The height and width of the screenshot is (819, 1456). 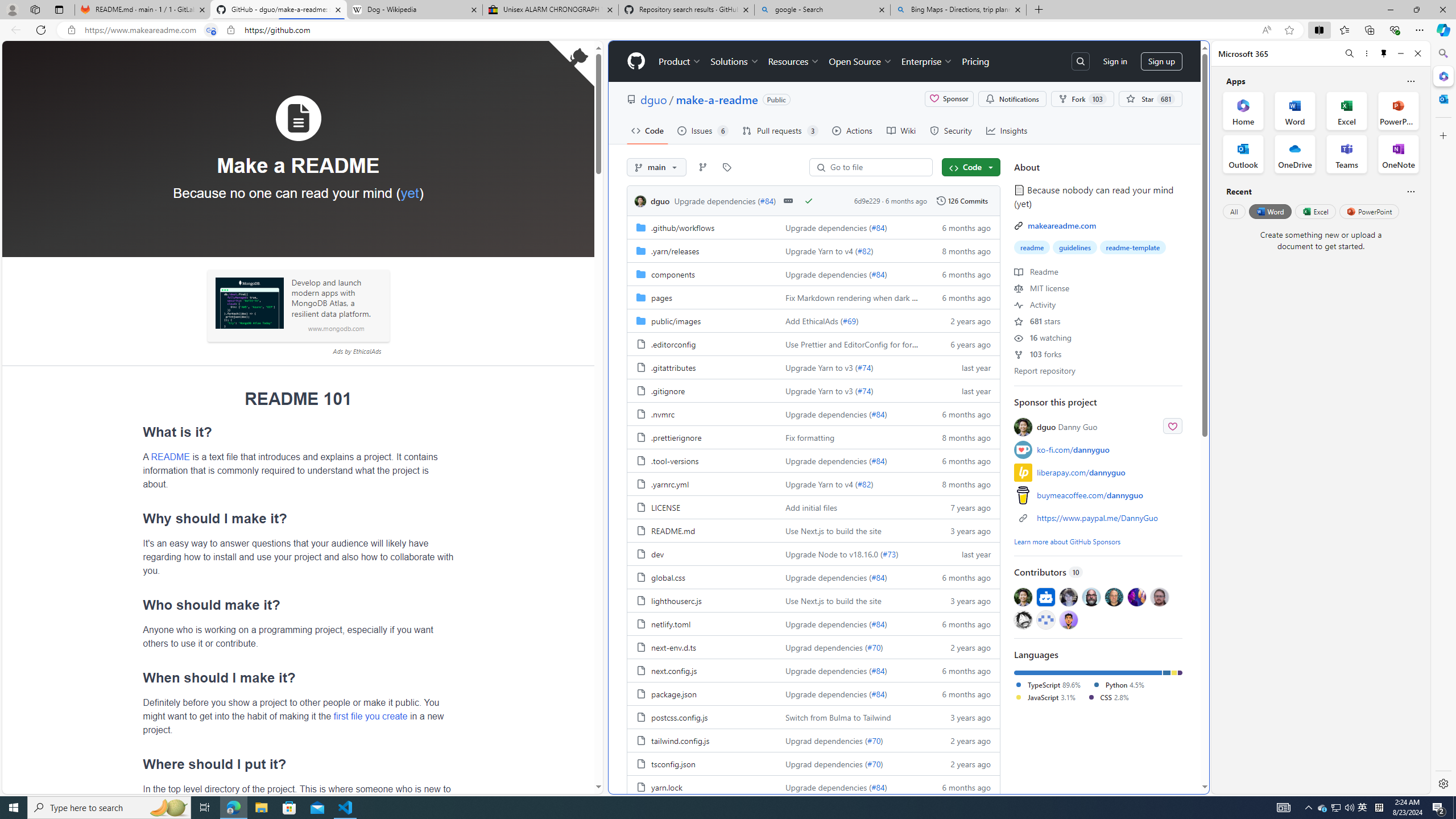 I want to click on '@davidak', so click(x=1069, y=597).